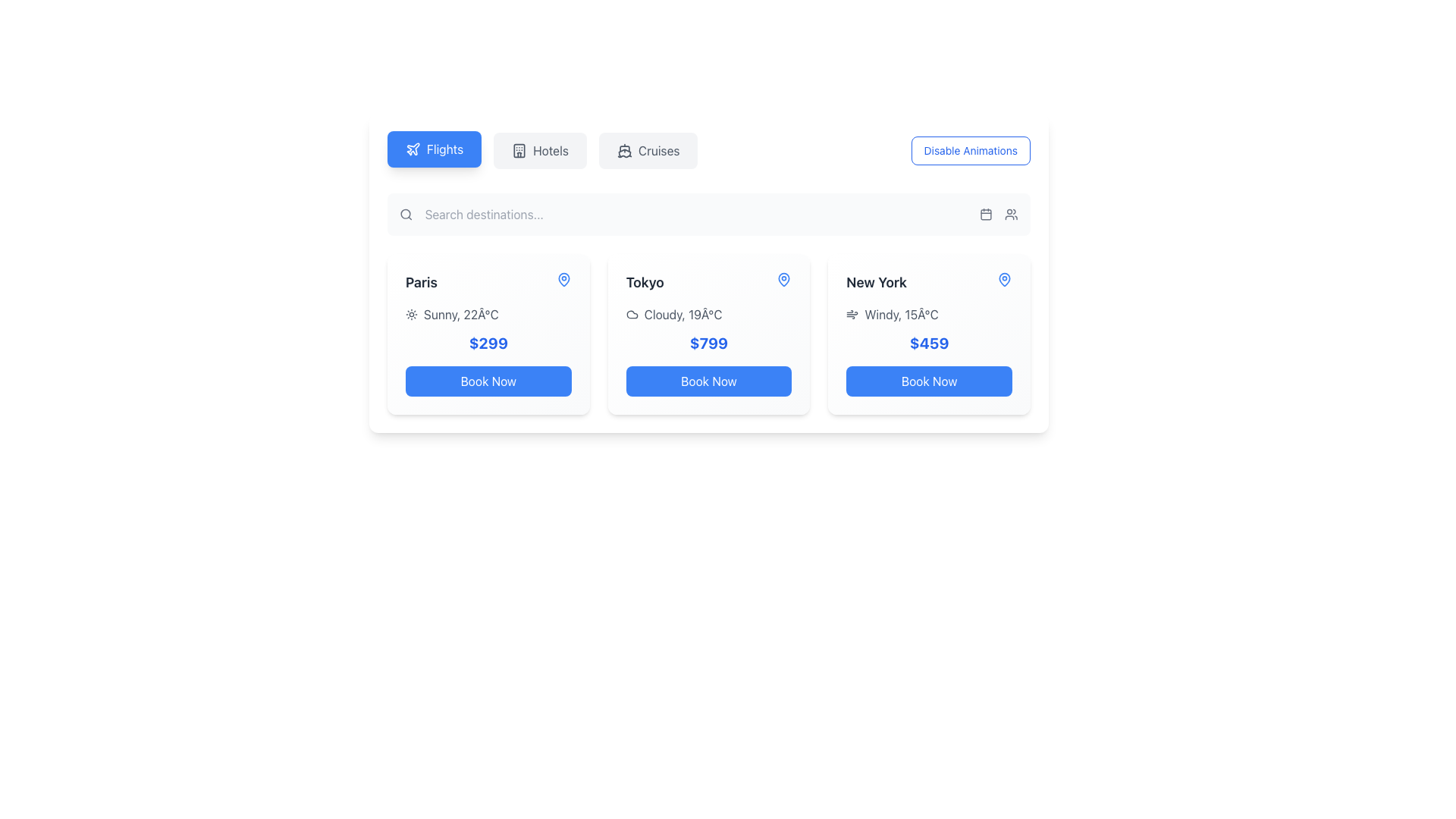 The width and height of the screenshot is (1456, 819). What do you see at coordinates (986, 214) in the screenshot?
I see `the calendar icon button, which is a minimalist styled button with a square frame and grid pattern, located next to the user icon on the right side of the top search bar` at bounding box center [986, 214].